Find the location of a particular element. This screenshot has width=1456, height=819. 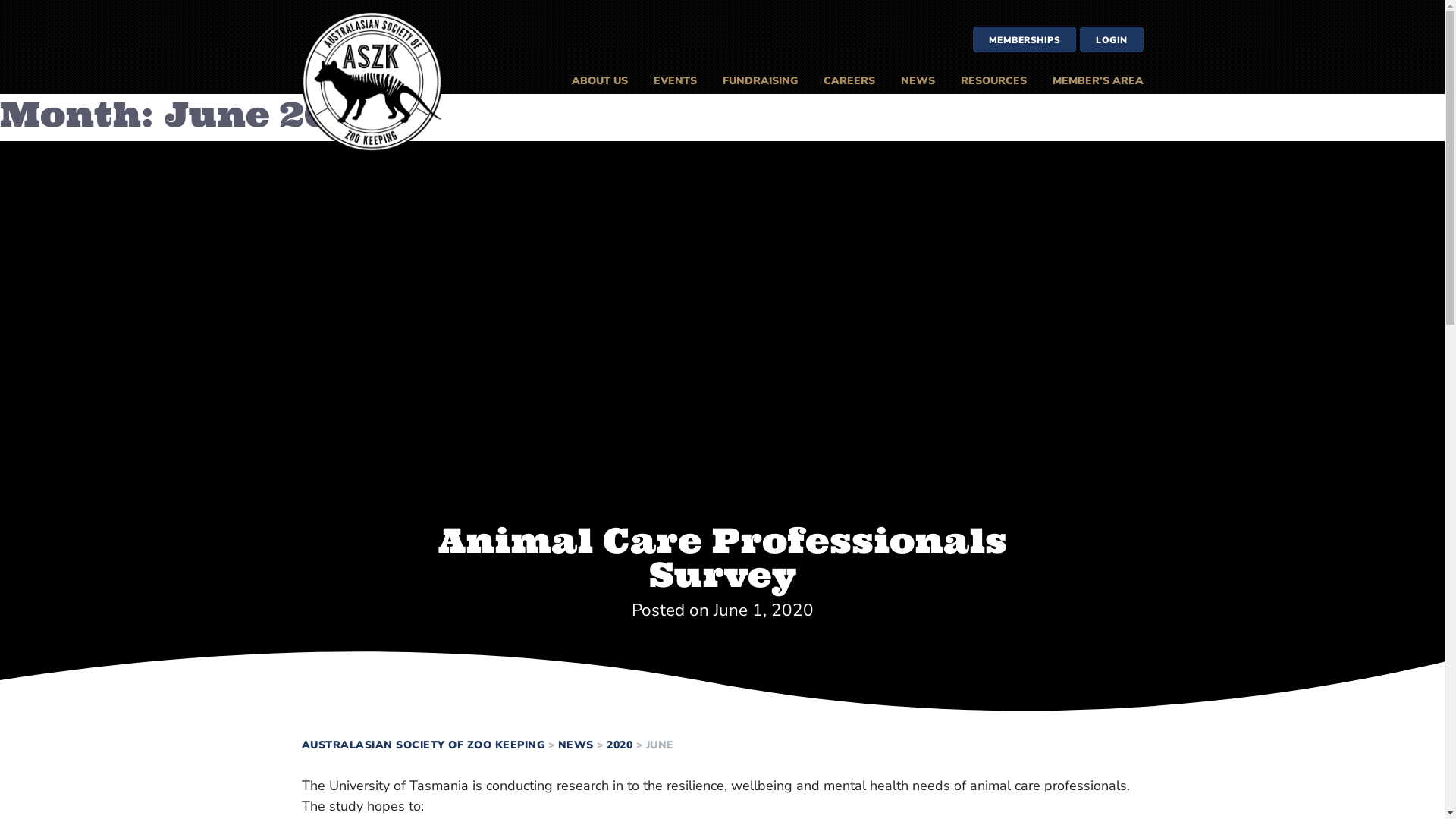

'ABOUT US' is located at coordinates (598, 81).